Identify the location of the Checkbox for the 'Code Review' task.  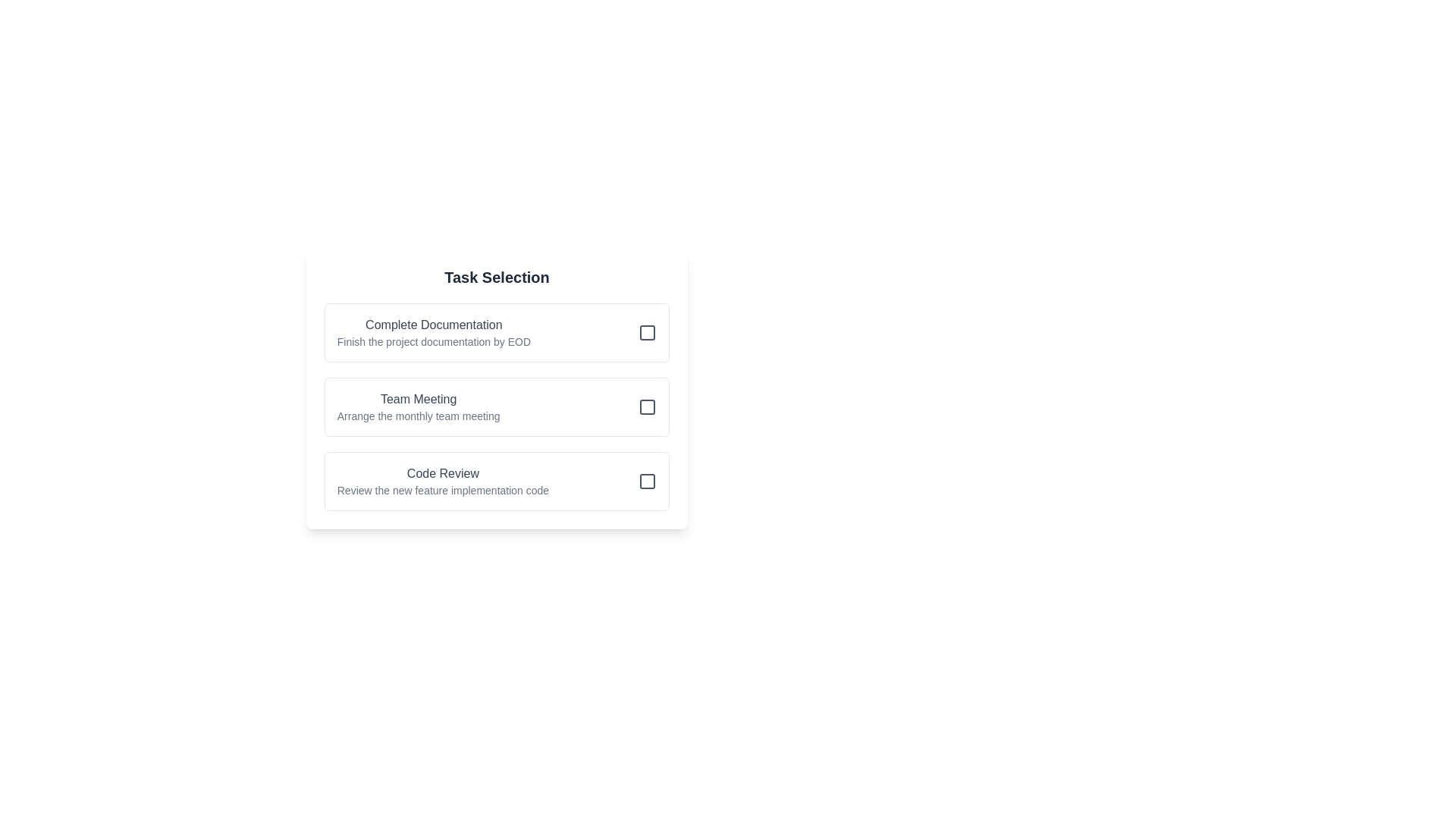
(648, 482).